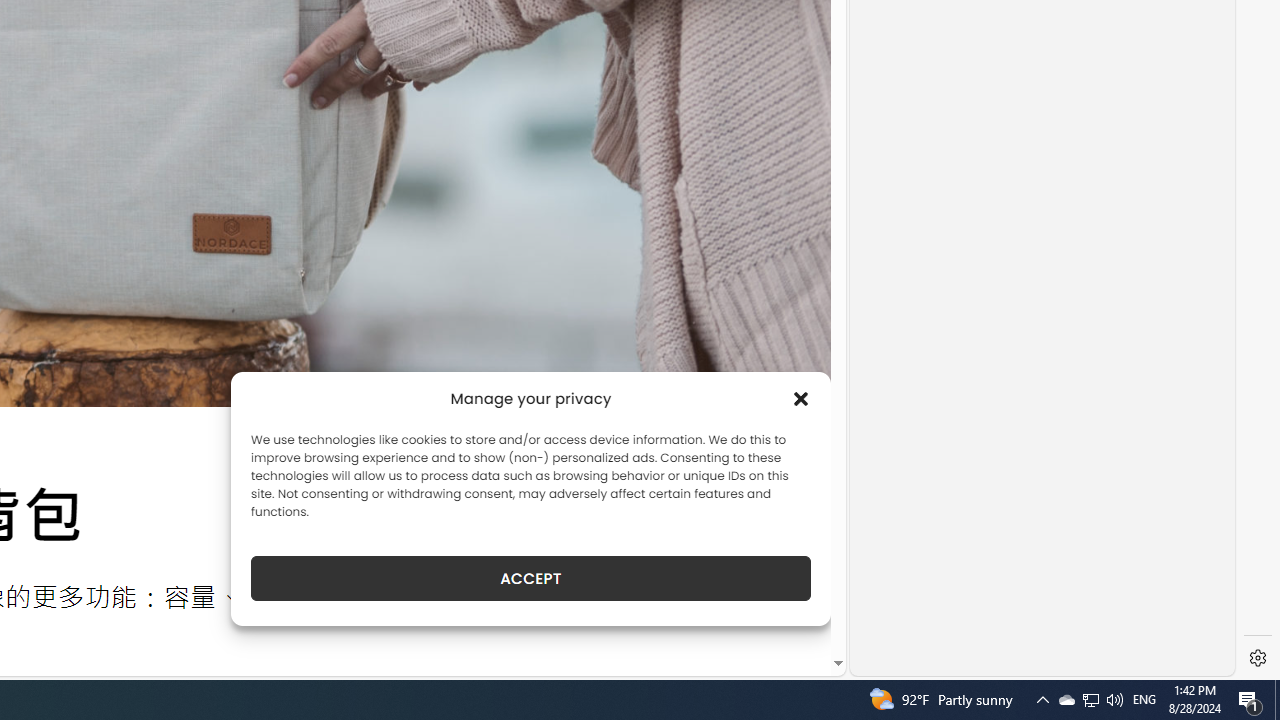 The width and height of the screenshot is (1280, 720). I want to click on 'ACCEPT', so click(531, 578).